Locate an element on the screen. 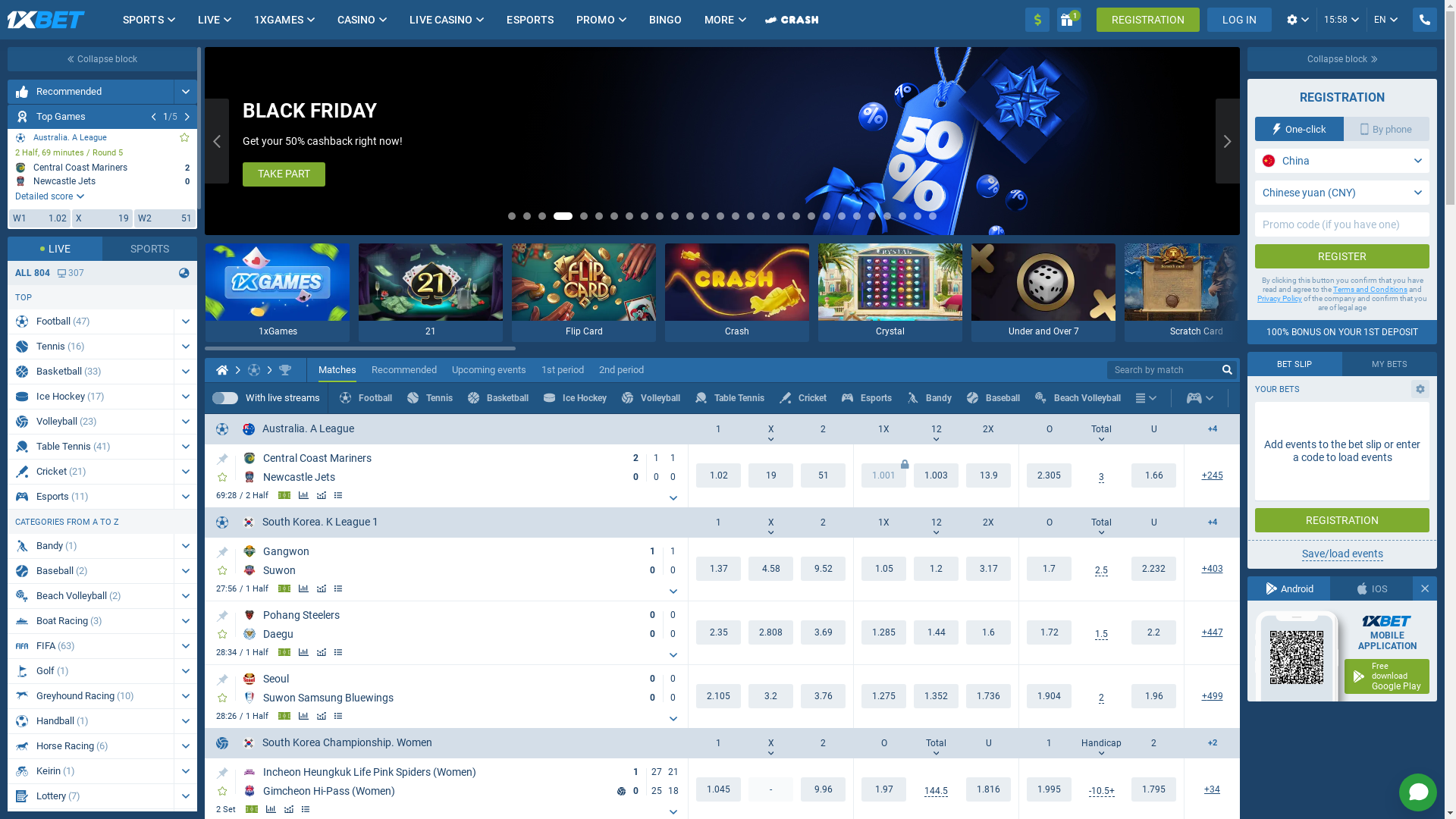 Image resolution: width=1456 pixels, height=819 pixels. '1.736' is located at coordinates (988, 696).